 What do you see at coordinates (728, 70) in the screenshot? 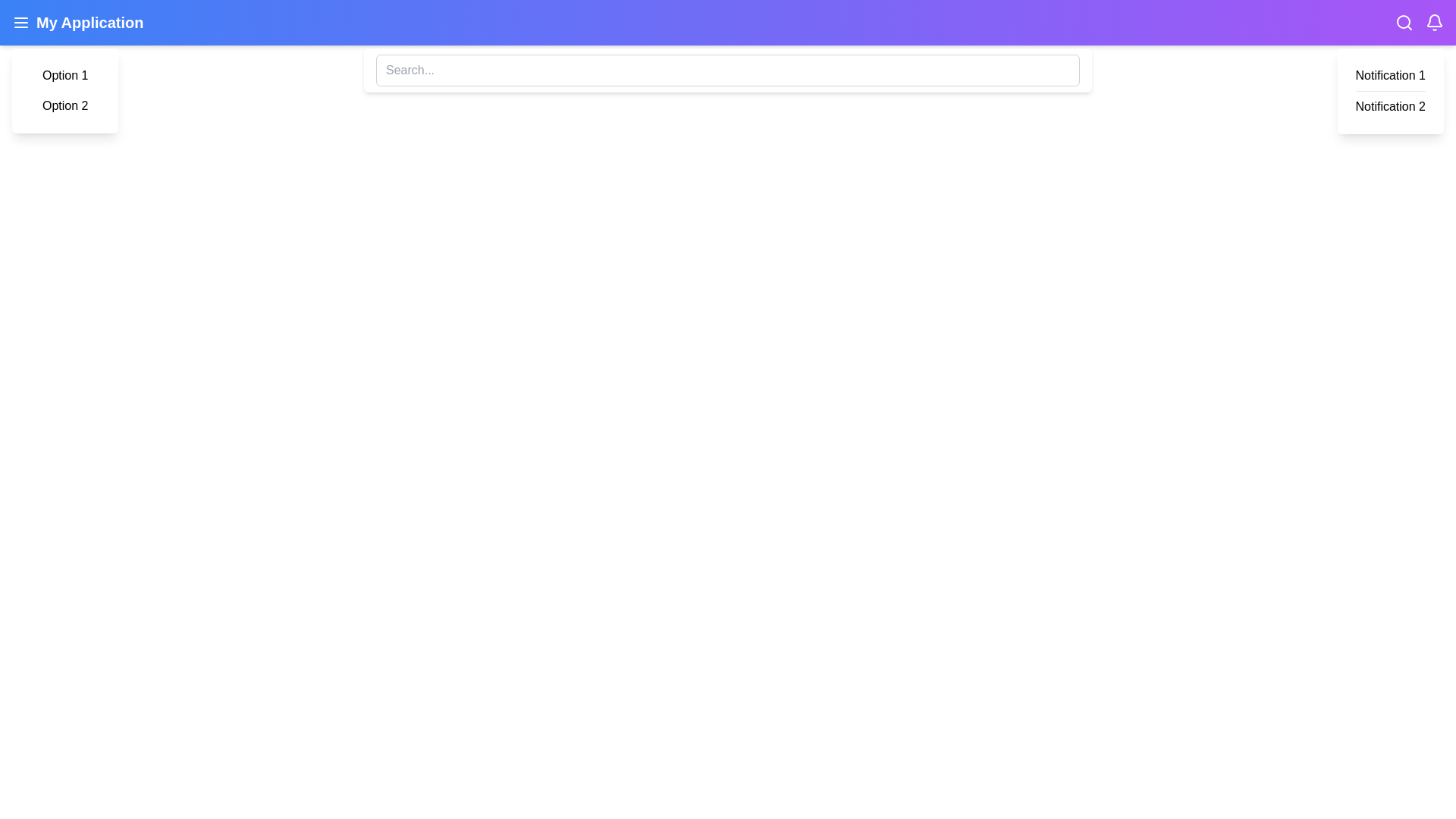
I see `the search input field located at the top center of the page` at bounding box center [728, 70].